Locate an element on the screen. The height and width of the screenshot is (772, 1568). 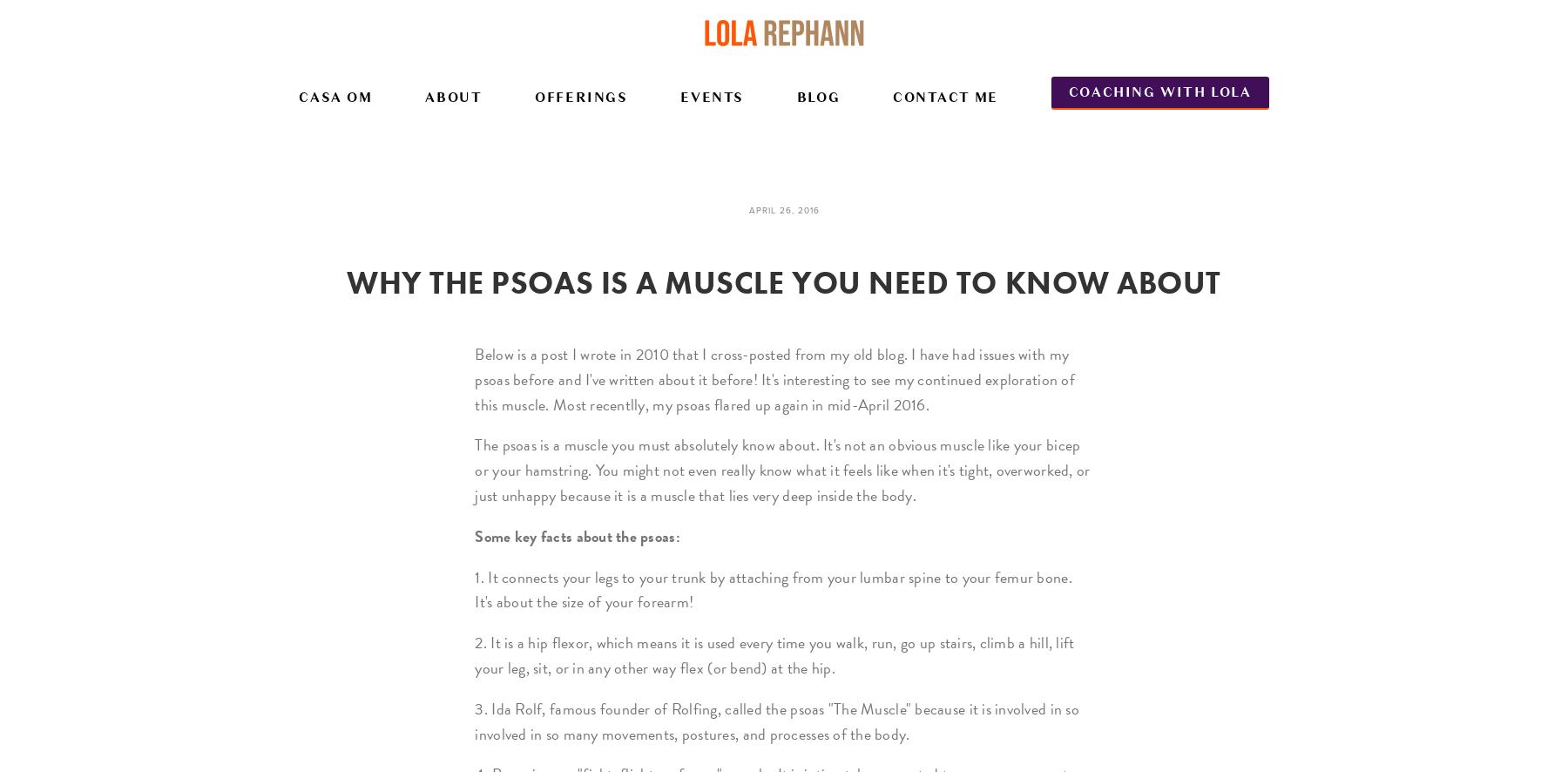
'Events' is located at coordinates (712, 97).